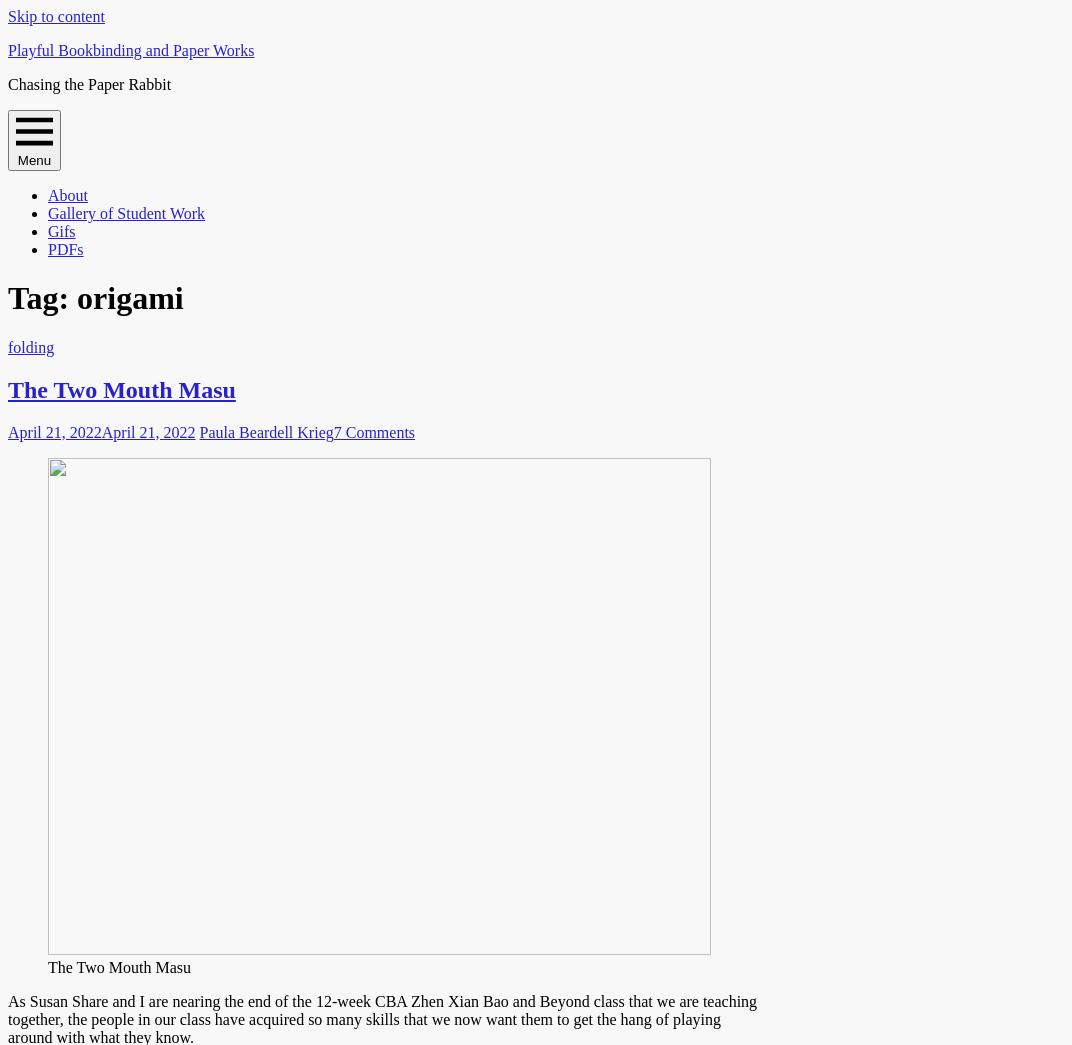  What do you see at coordinates (130, 49) in the screenshot?
I see `'Playful Bookbinding and Paper Works'` at bounding box center [130, 49].